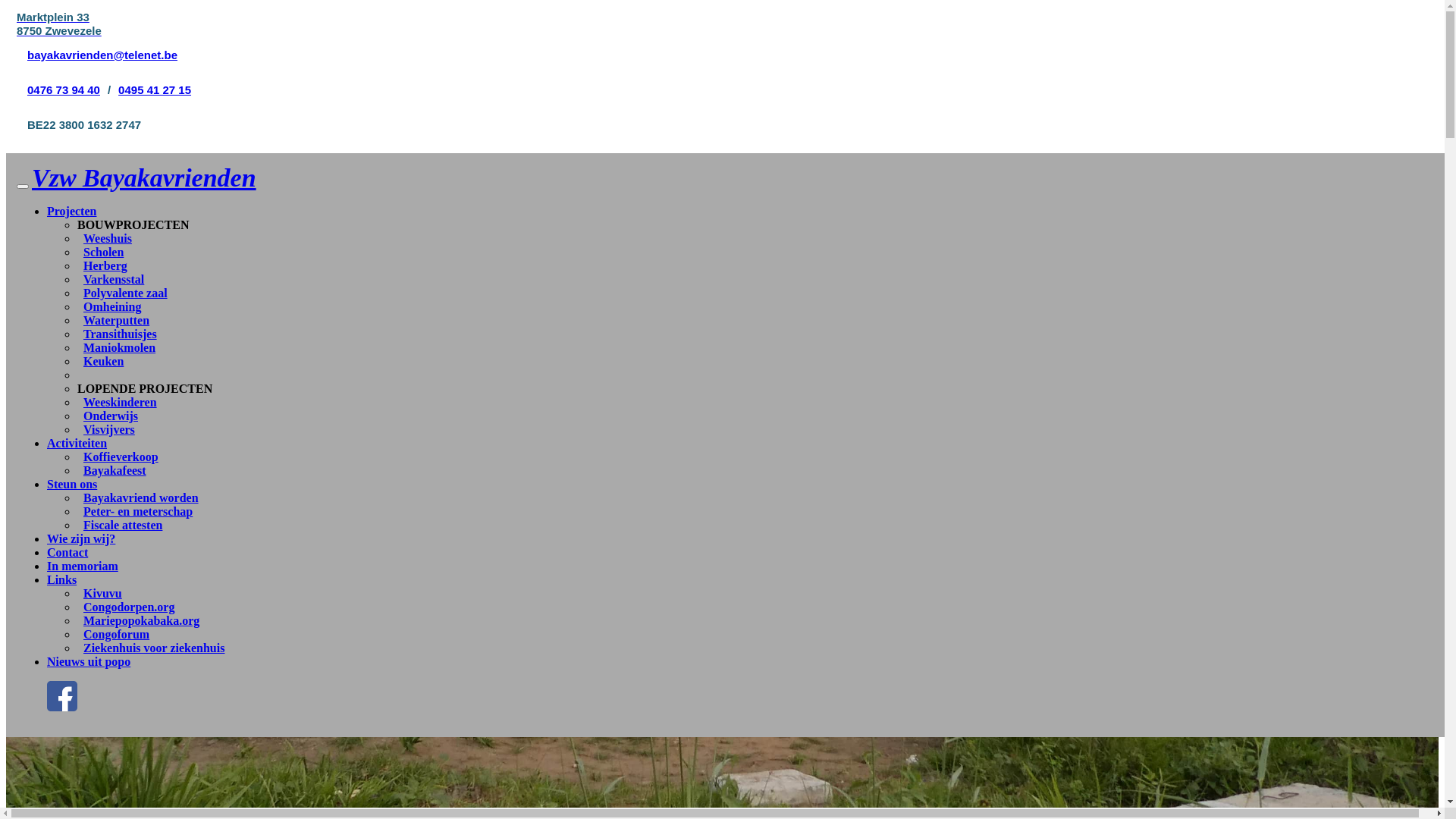  I want to click on 'Fiscale attesten', so click(119, 524).